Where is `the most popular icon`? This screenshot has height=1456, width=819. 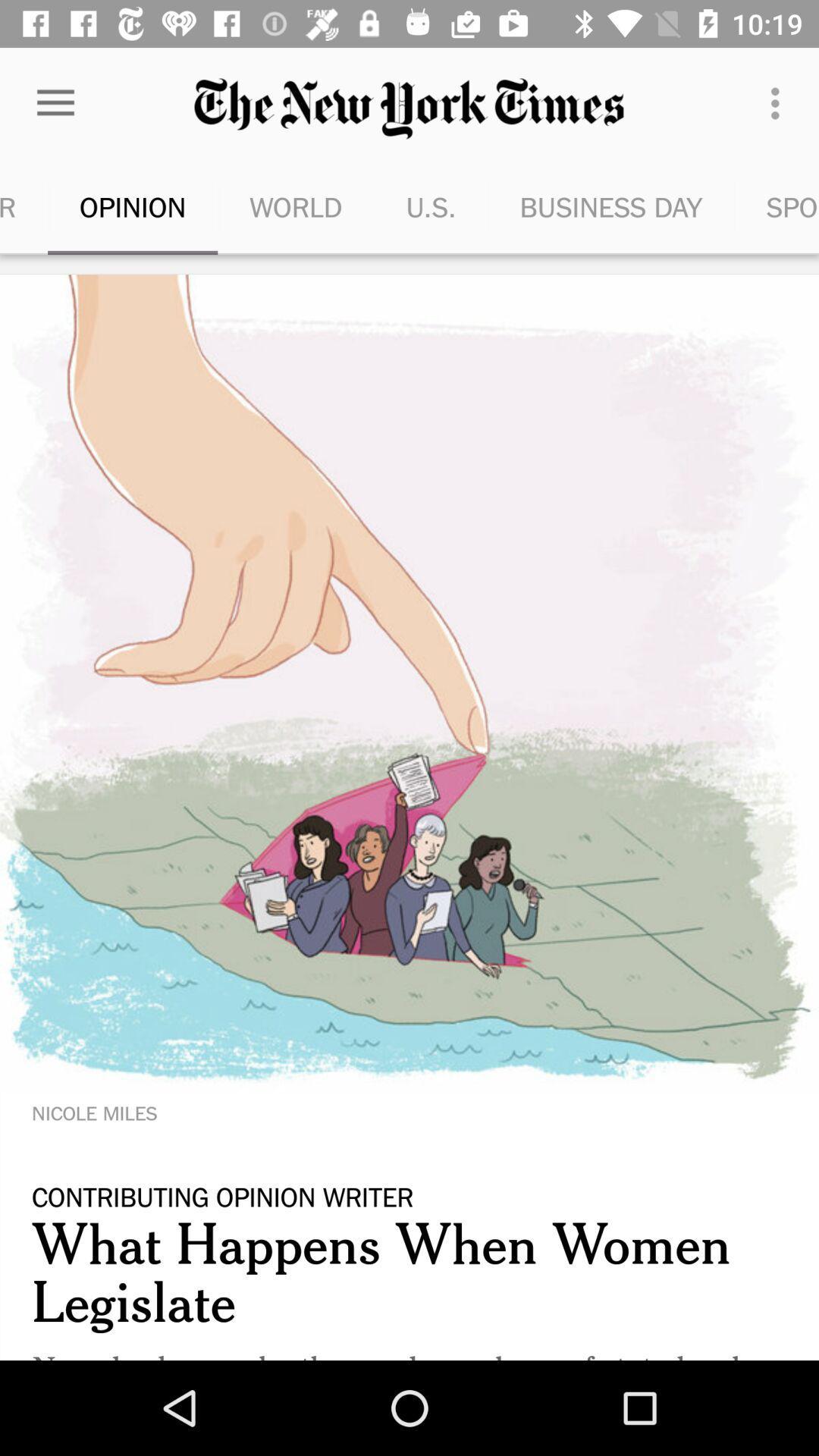 the most popular icon is located at coordinates (24, 206).